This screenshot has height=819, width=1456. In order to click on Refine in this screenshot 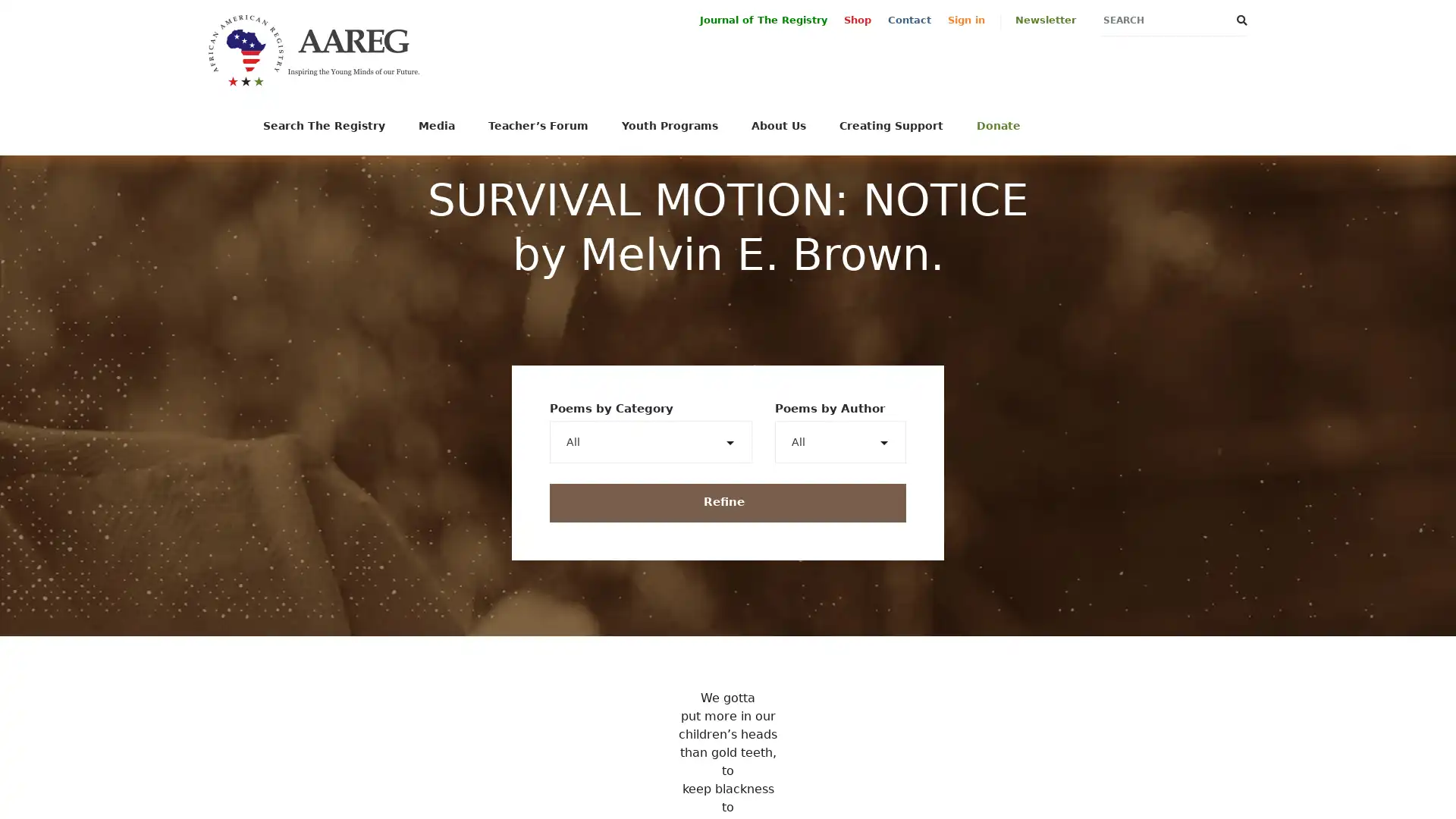, I will do `click(728, 502)`.